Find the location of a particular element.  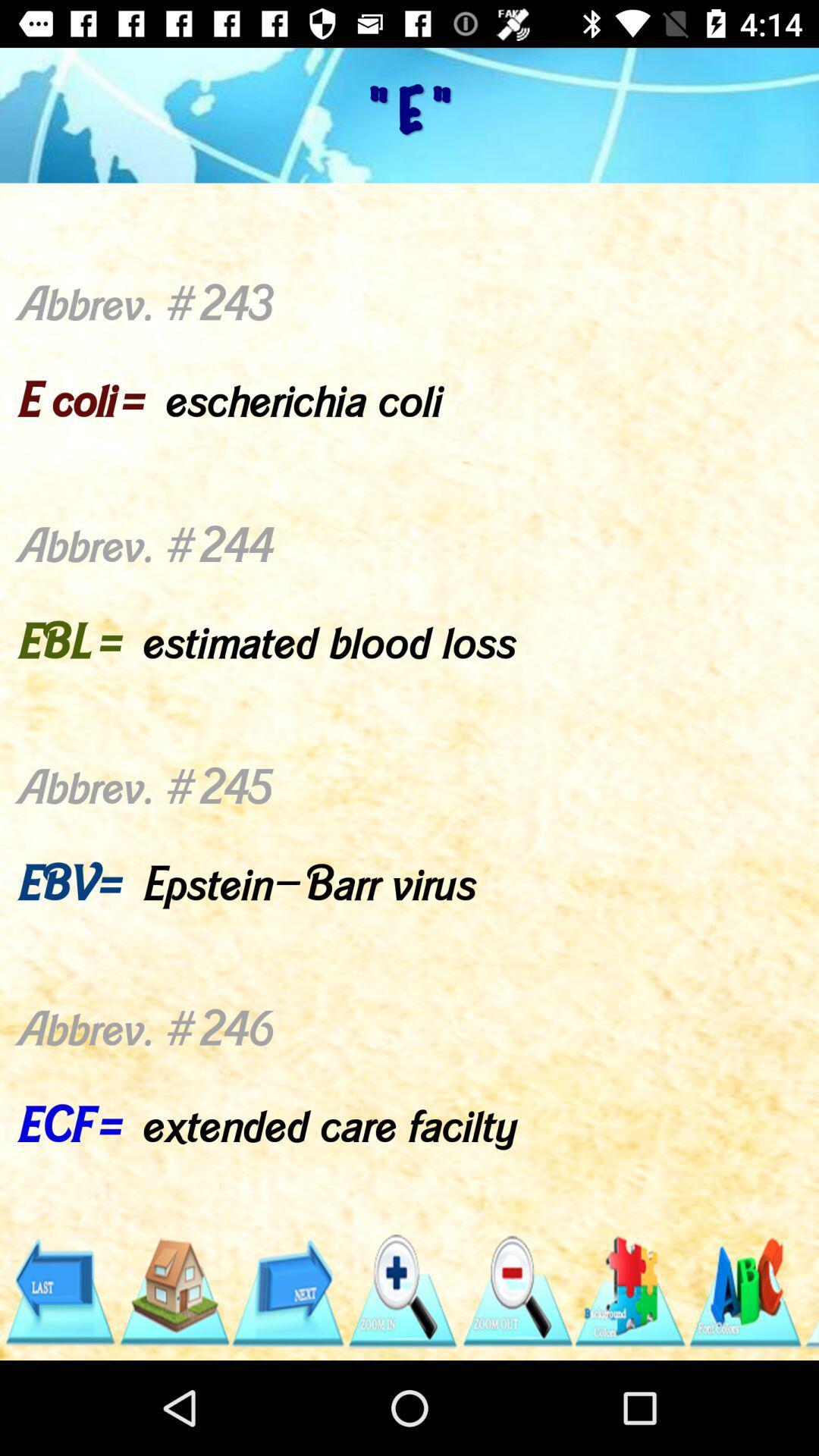

item below abbrev 	243	 	e item is located at coordinates (631, 1291).